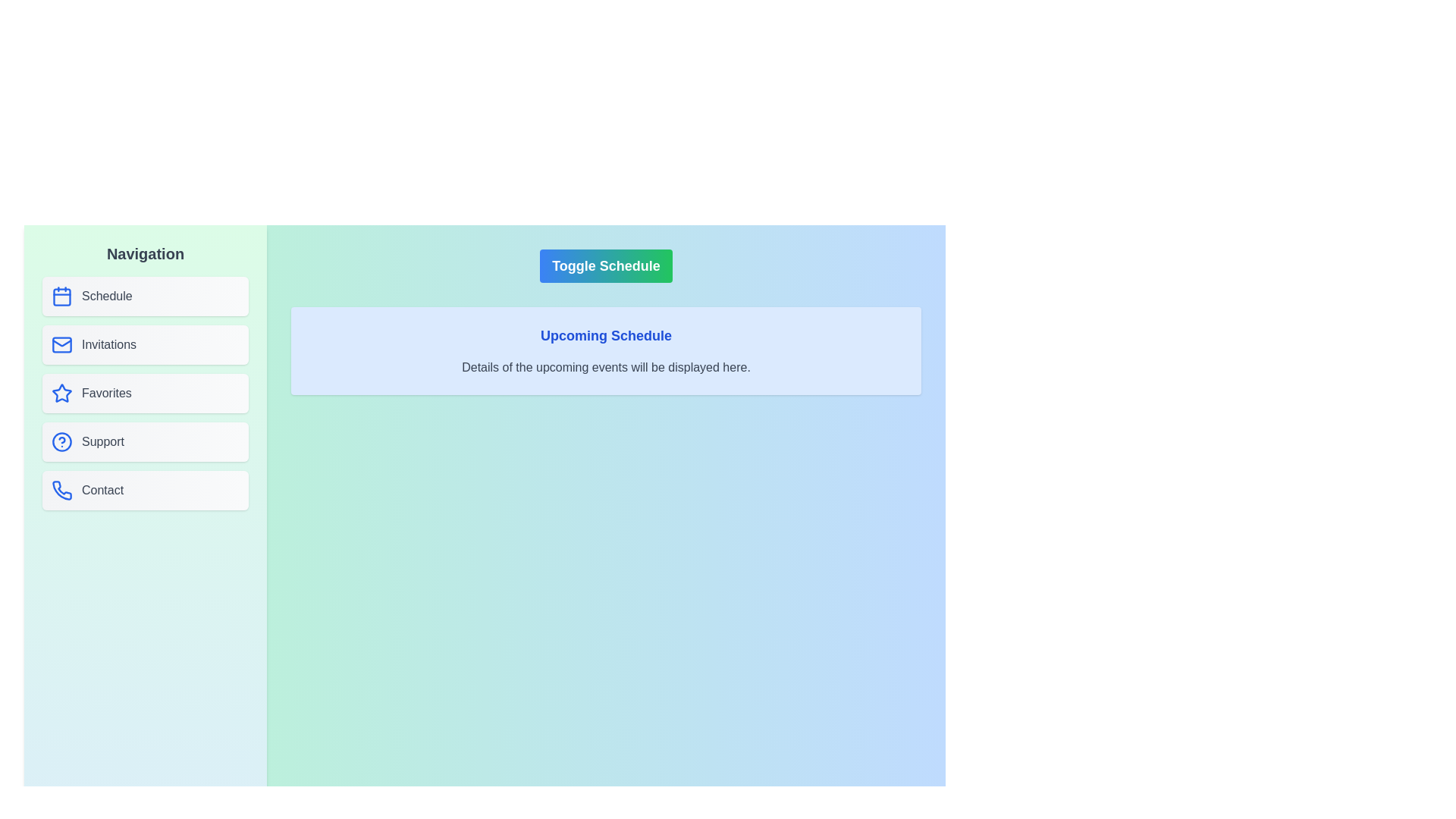 This screenshot has height=819, width=1456. Describe the element at coordinates (146, 393) in the screenshot. I see `the Favorites button in the sidebar to navigate to the corresponding section` at that location.